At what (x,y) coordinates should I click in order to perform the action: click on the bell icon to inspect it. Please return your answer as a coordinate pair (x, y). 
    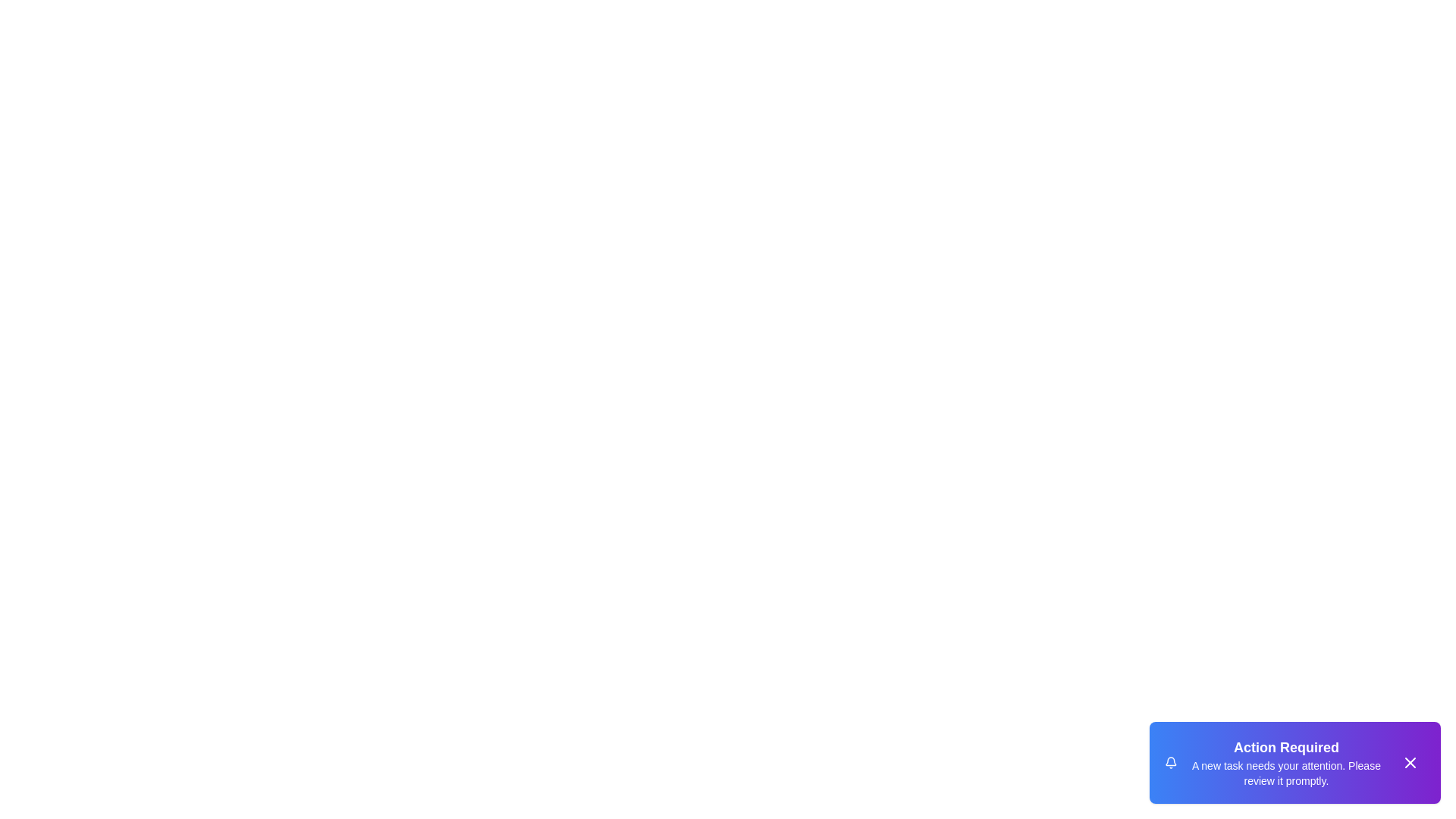
    Looking at the image, I should click on (1170, 763).